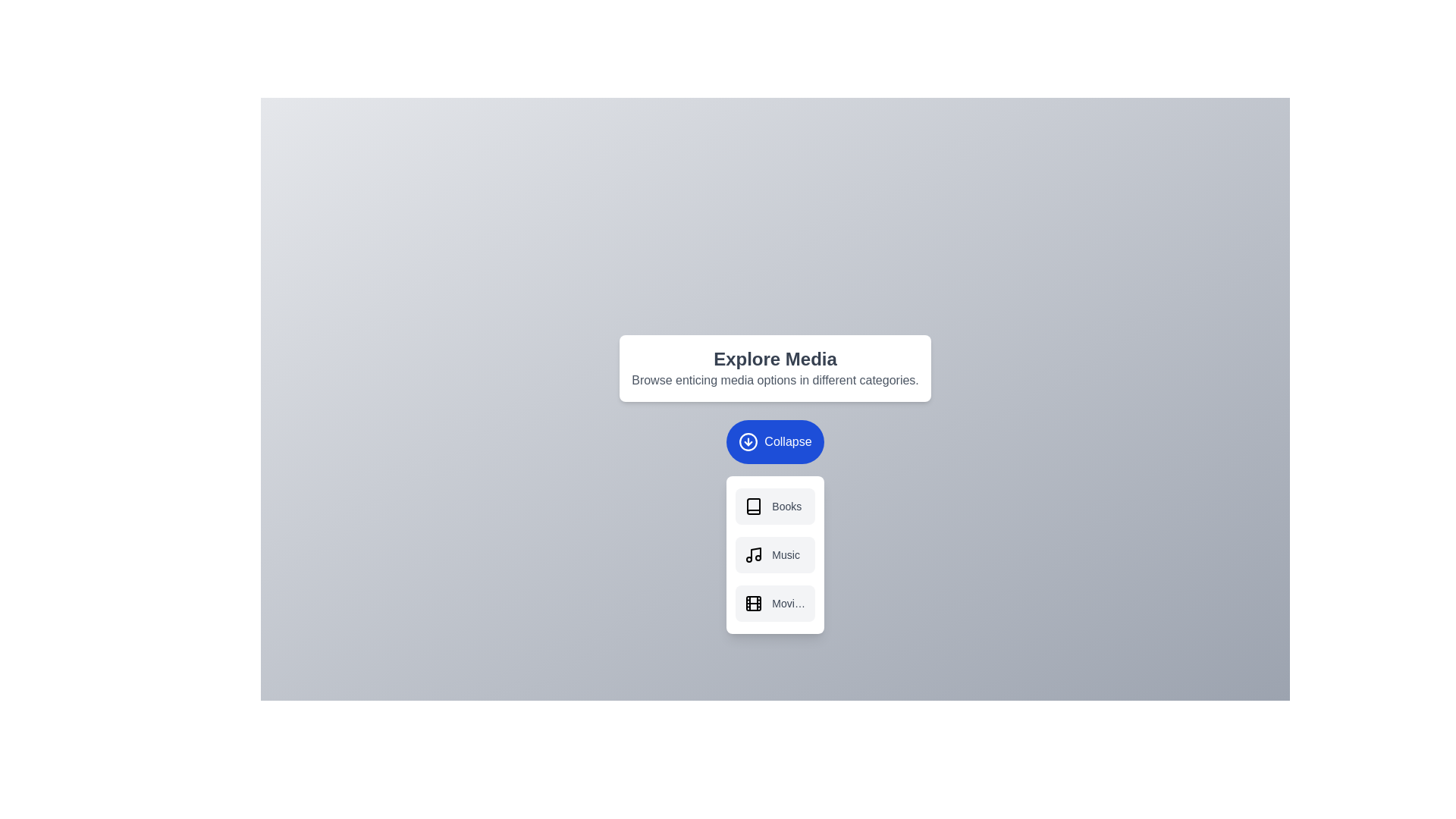  What do you see at coordinates (775, 441) in the screenshot?
I see `the 'Collapse' button to toggle the menu visibility` at bounding box center [775, 441].